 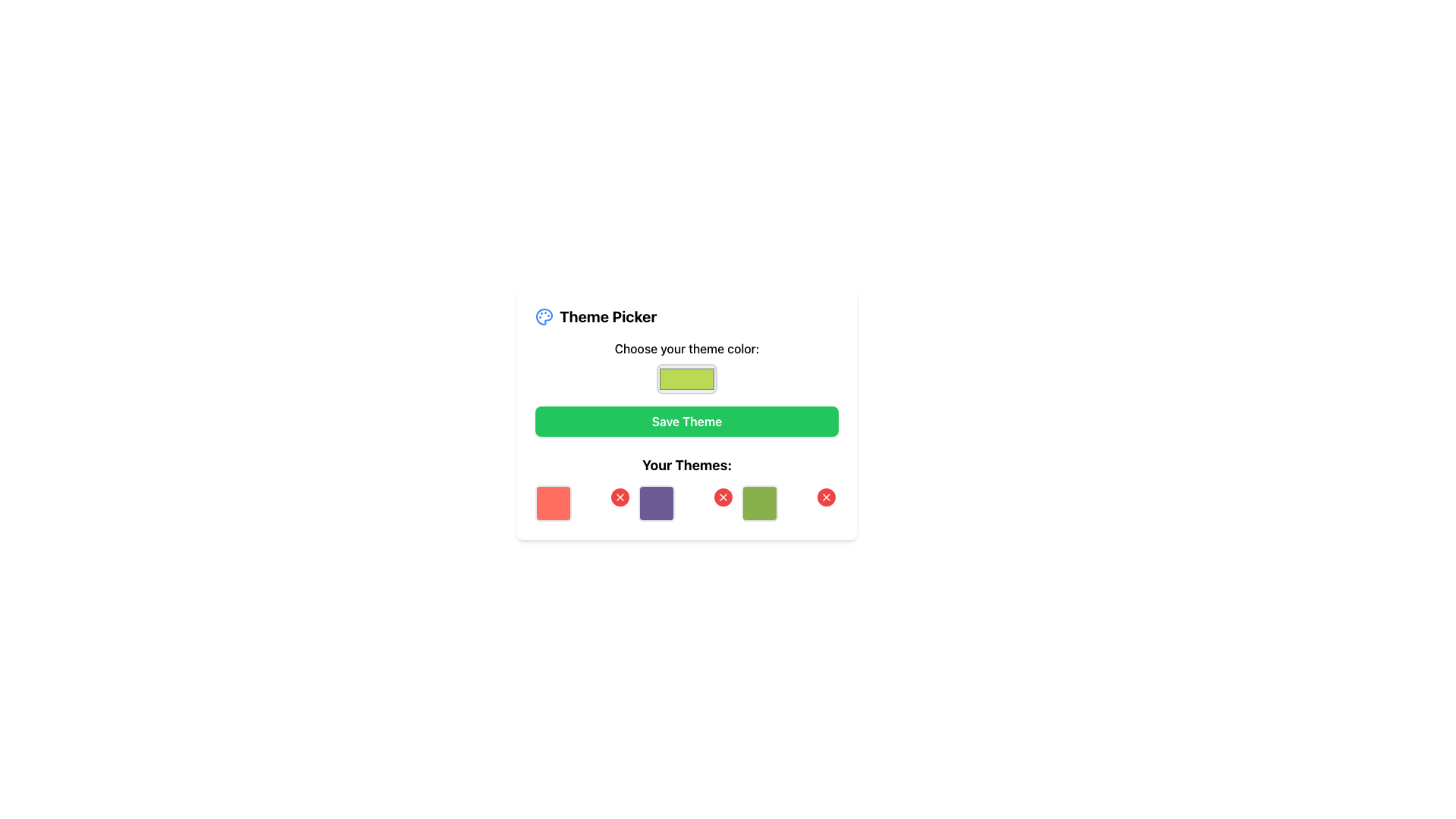 What do you see at coordinates (825, 497) in the screenshot?
I see `the Close button located inside a red button at the far-right of the row of theme color selectors under the 'Your Themes' section` at bounding box center [825, 497].